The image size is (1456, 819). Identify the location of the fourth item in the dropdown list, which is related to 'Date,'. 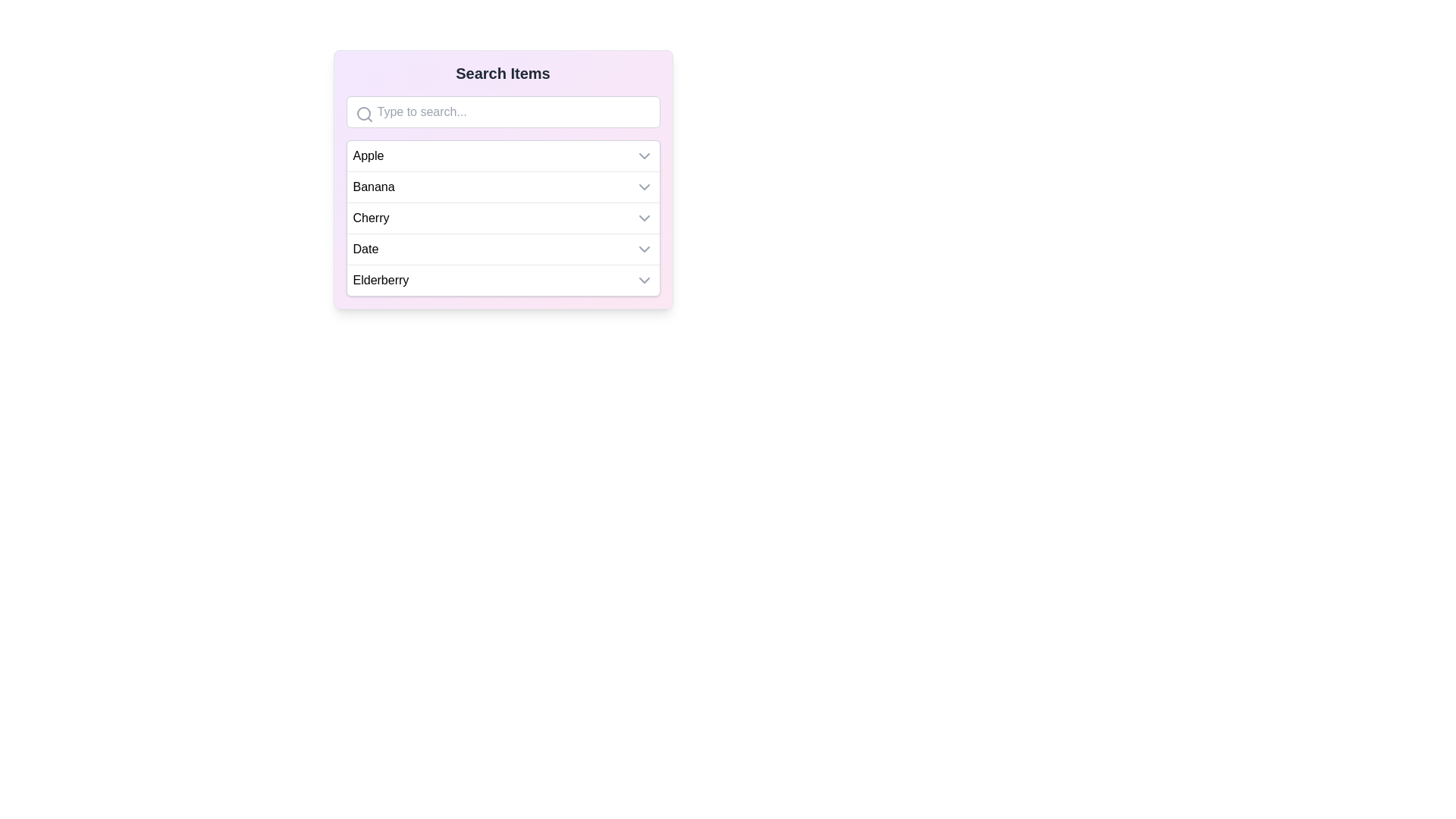
(503, 248).